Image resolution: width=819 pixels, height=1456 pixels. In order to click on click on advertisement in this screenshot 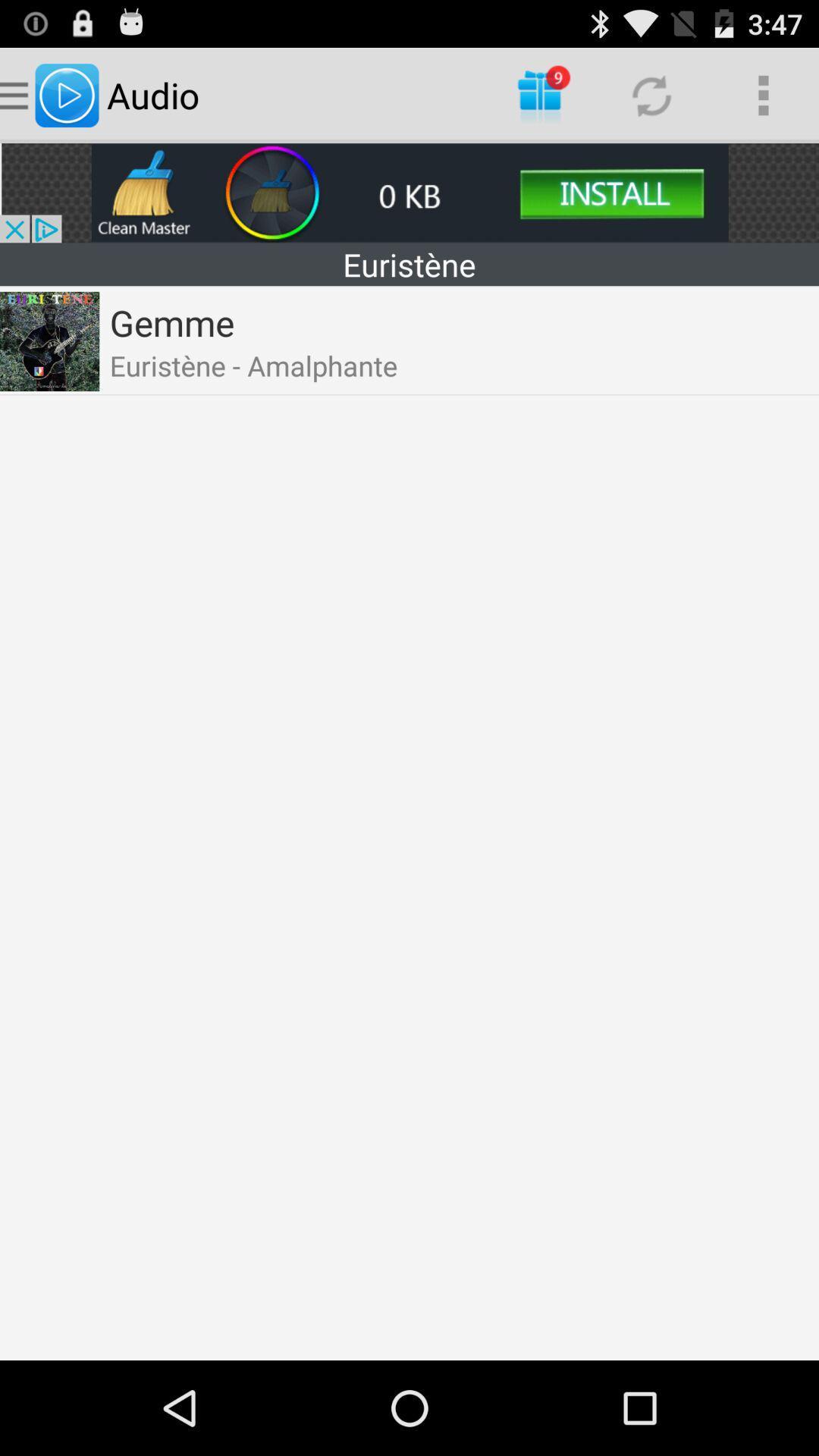, I will do `click(409, 192)`.